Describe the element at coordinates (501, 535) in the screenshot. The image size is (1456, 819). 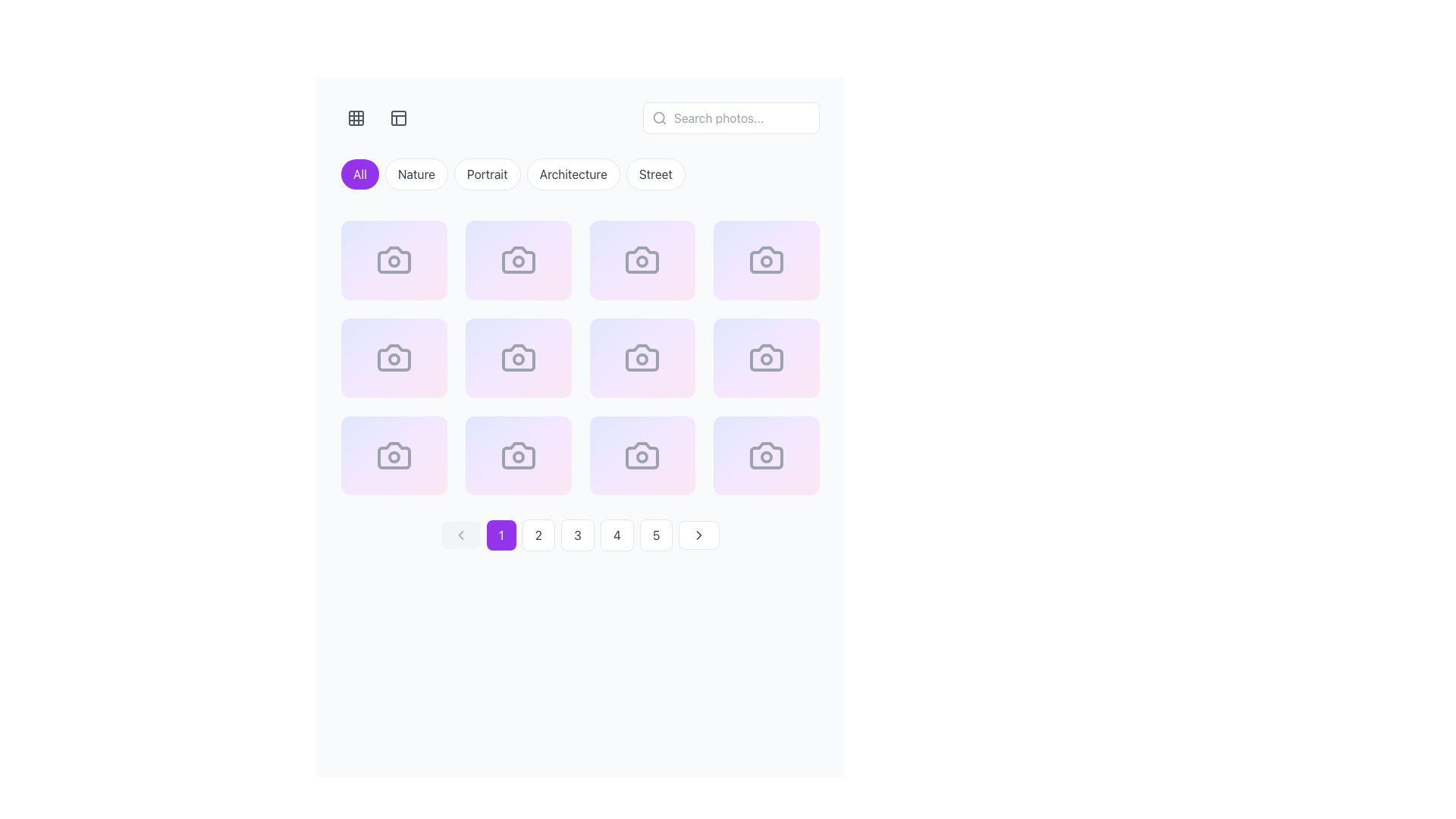
I see `the first pagination button` at that location.